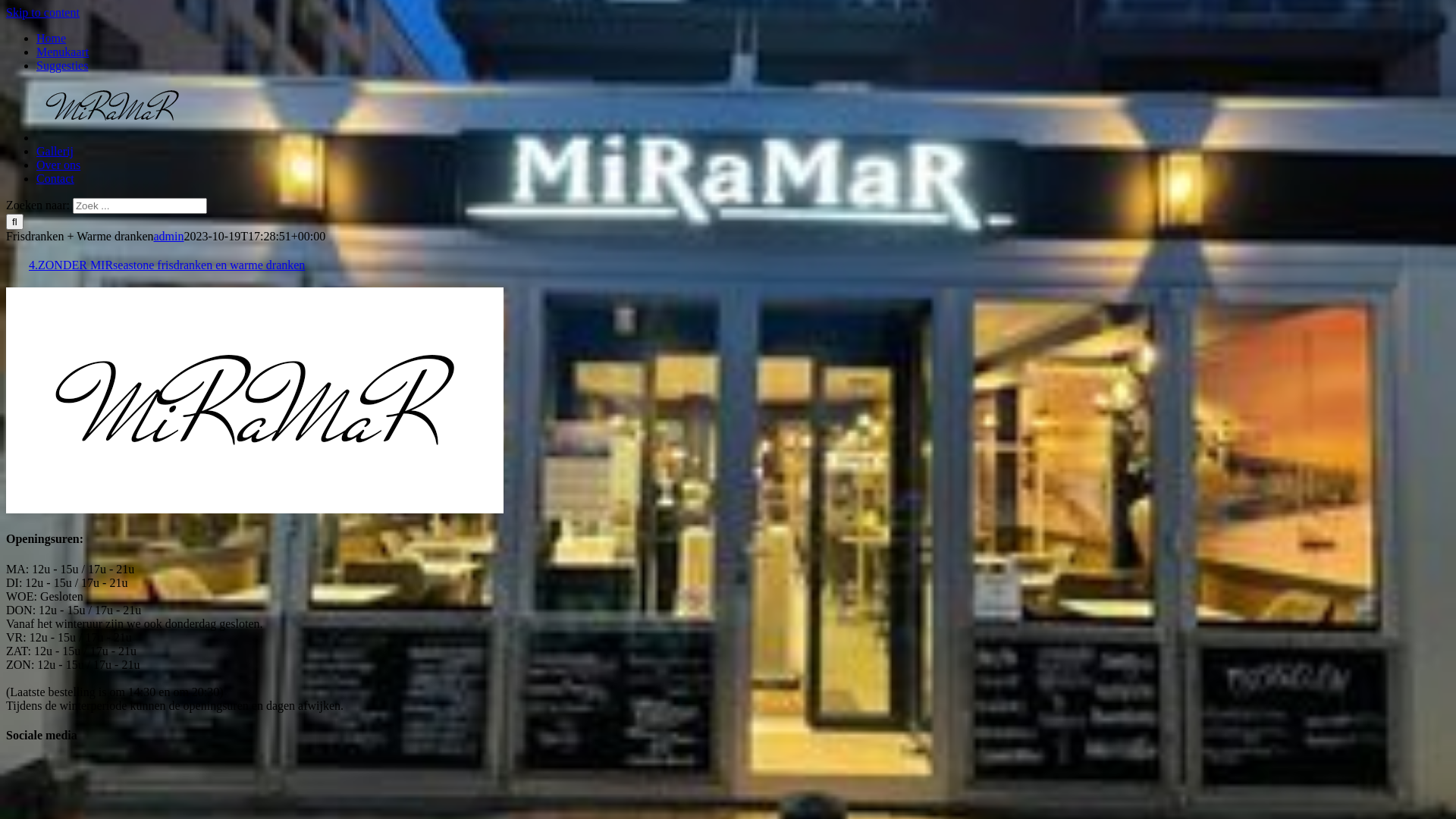 The width and height of the screenshot is (1456, 819). What do you see at coordinates (167, 264) in the screenshot?
I see `'4.ZONDER MIRseastone frisdranken en warme dranken'` at bounding box center [167, 264].